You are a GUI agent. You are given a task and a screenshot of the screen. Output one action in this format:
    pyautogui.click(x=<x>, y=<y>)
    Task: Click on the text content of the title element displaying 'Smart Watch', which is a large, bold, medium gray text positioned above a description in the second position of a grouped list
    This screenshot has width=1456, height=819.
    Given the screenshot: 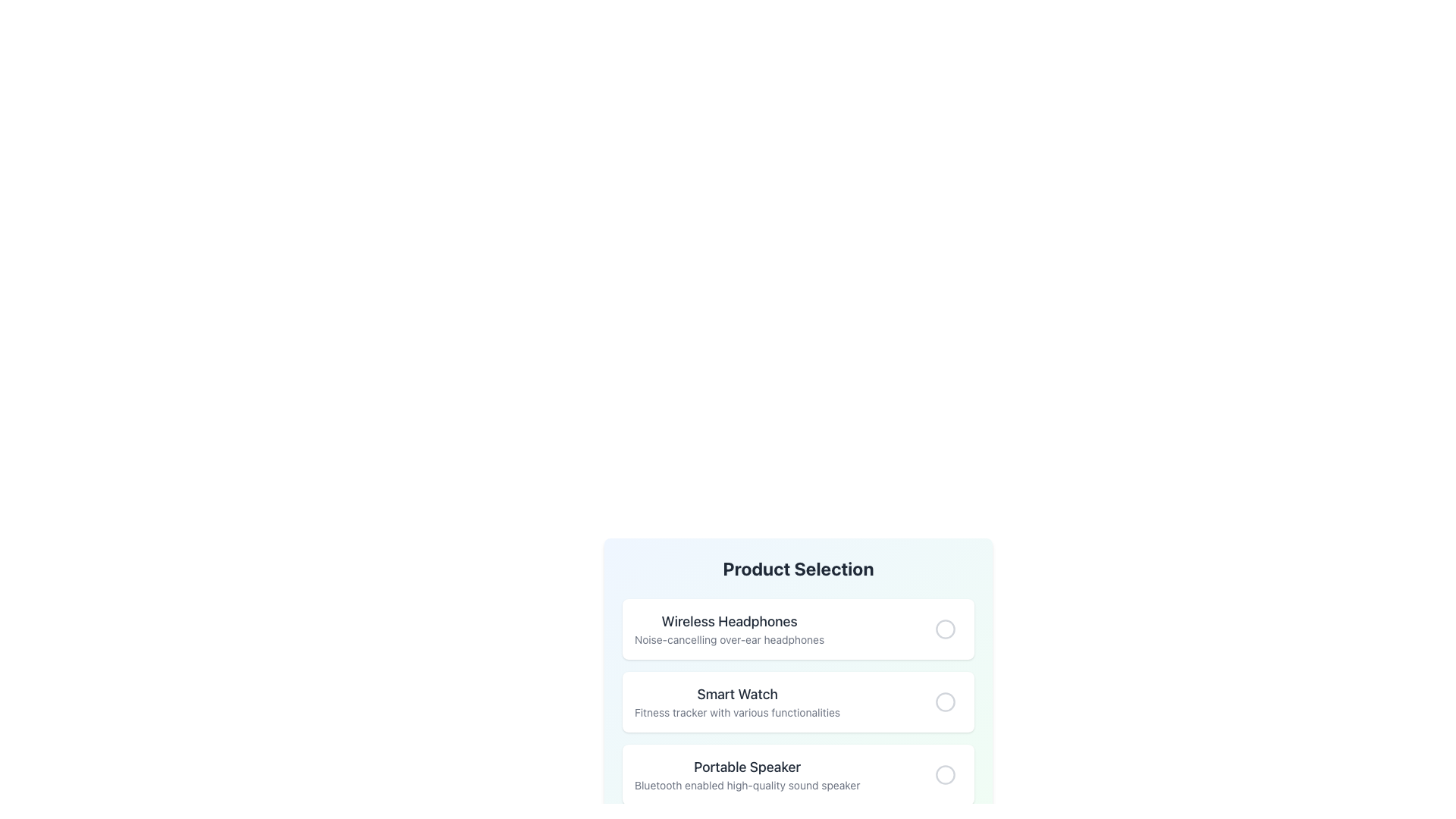 What is the action you would take?
    pyautogui.click(x=737, y=694)
    